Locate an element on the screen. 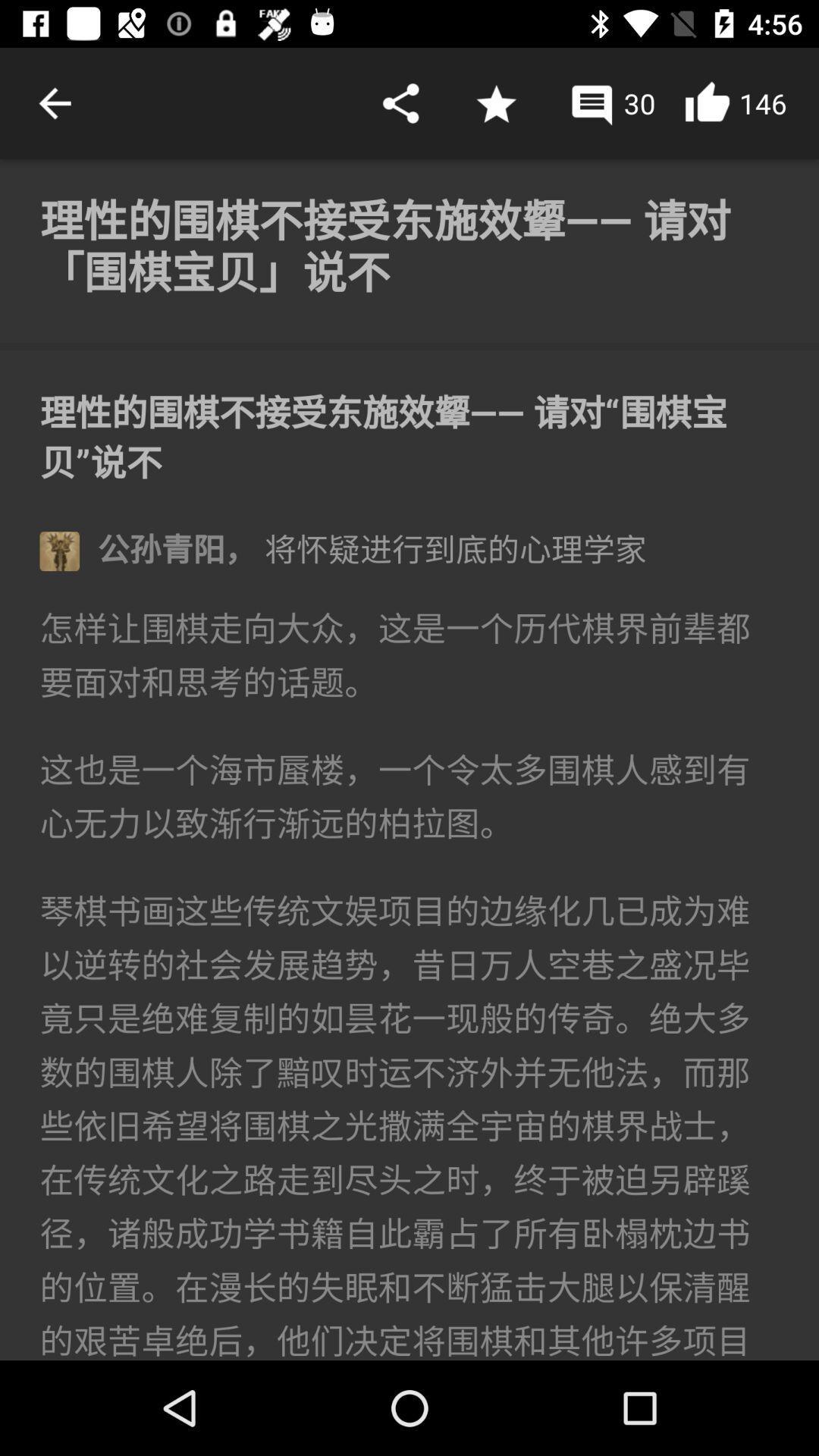  favorite is located at coordinates (496, 102).